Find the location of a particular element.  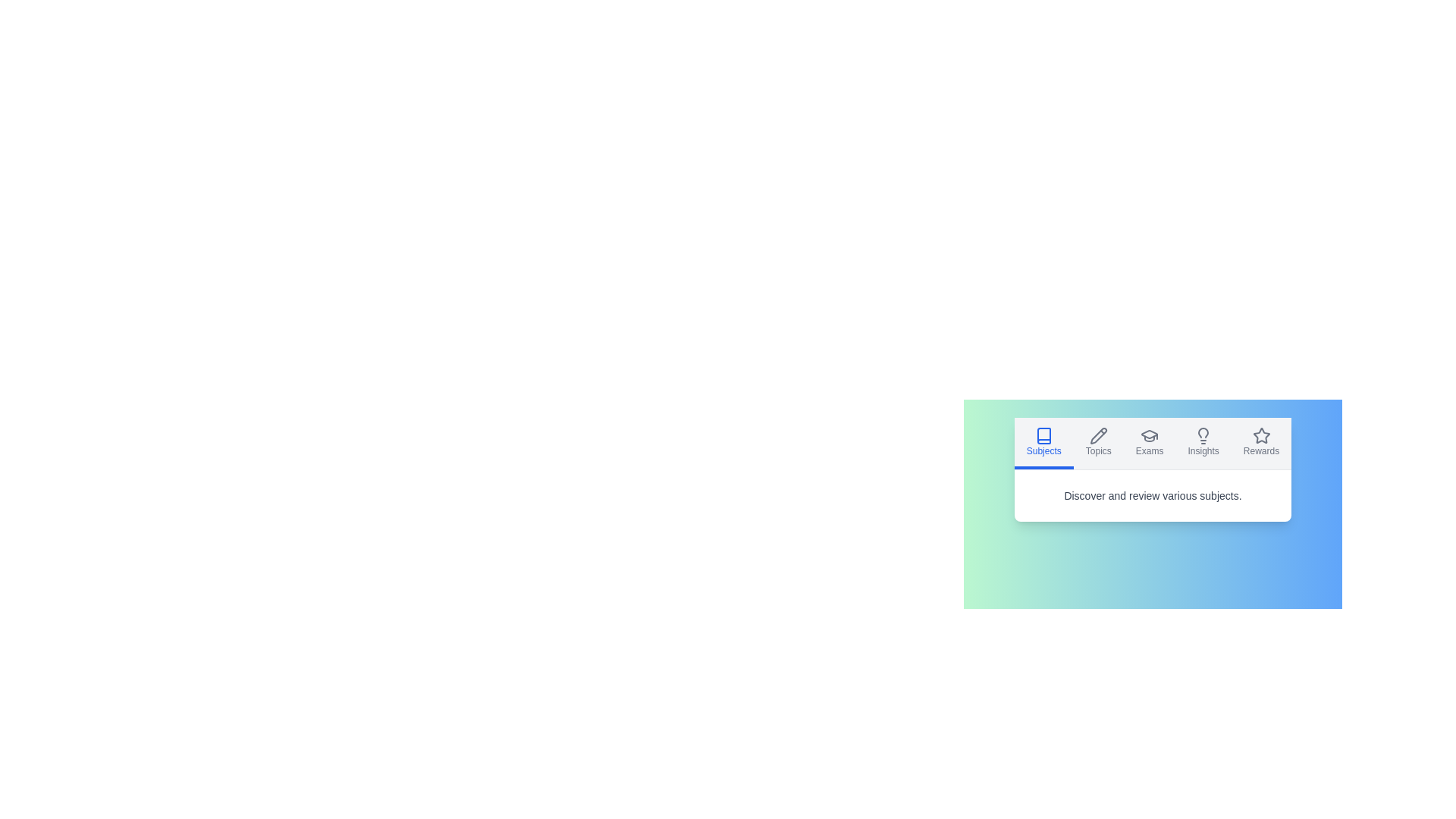

the Insights tab by clicking on its corresponding button is located at coordinates (1203, 444).